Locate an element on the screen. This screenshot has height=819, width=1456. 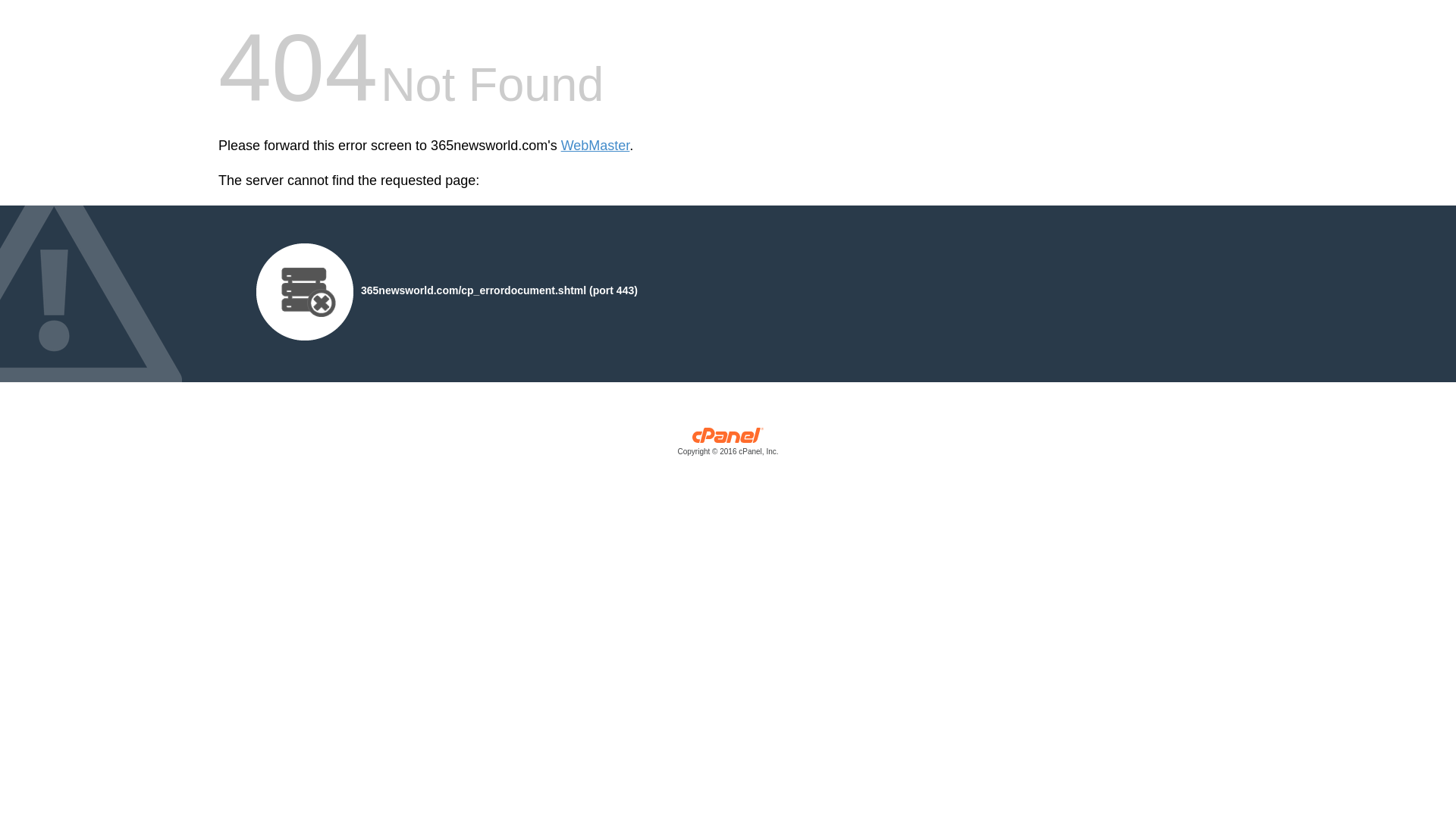
'WebMaster' is located at coordinates (595, 146).